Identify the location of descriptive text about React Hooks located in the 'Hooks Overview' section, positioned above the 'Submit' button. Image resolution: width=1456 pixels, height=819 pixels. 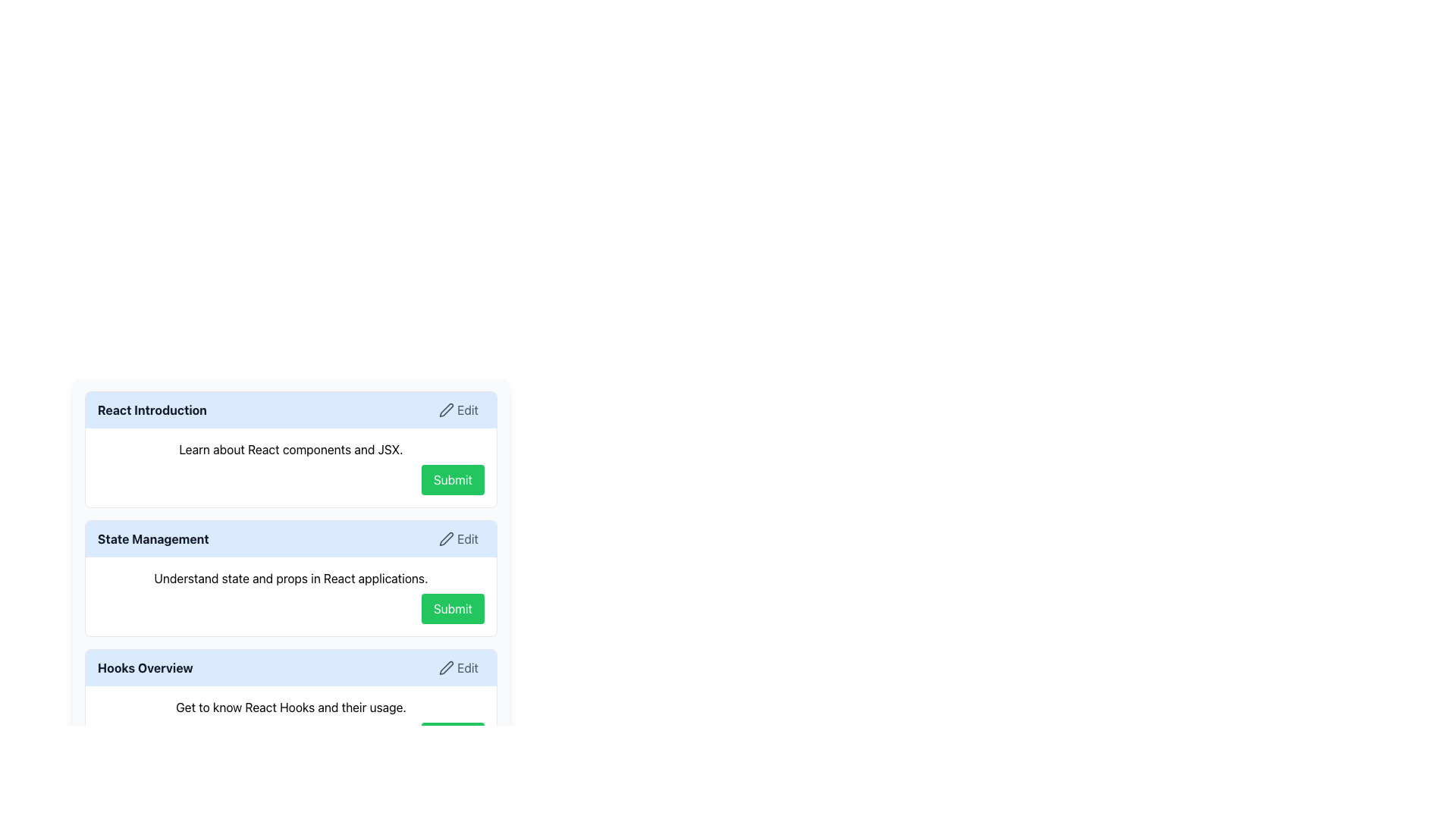
(291, 708).